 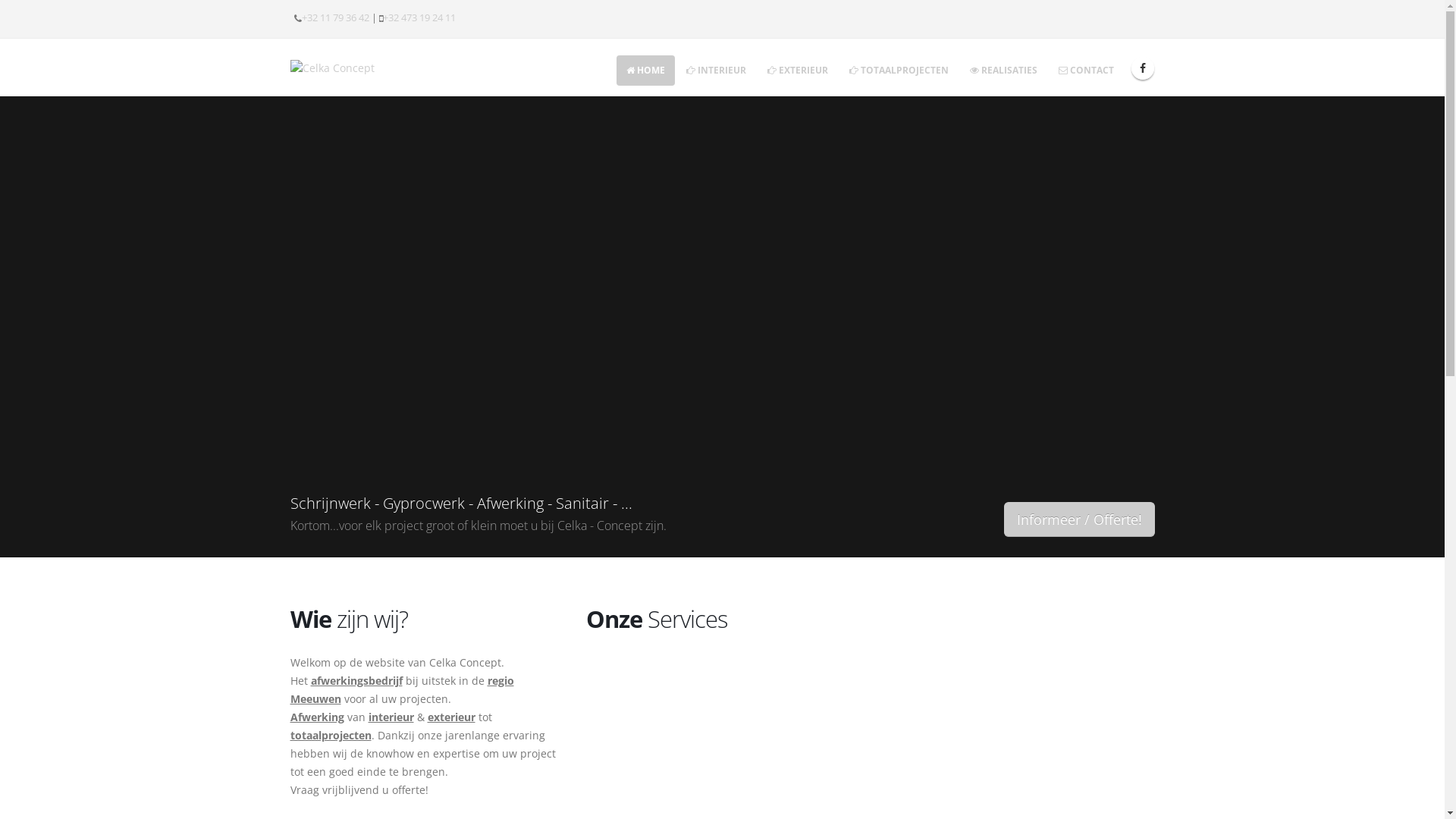 I want to click on 'TOTAALPROJECTEN', so click(x=898, y=70).